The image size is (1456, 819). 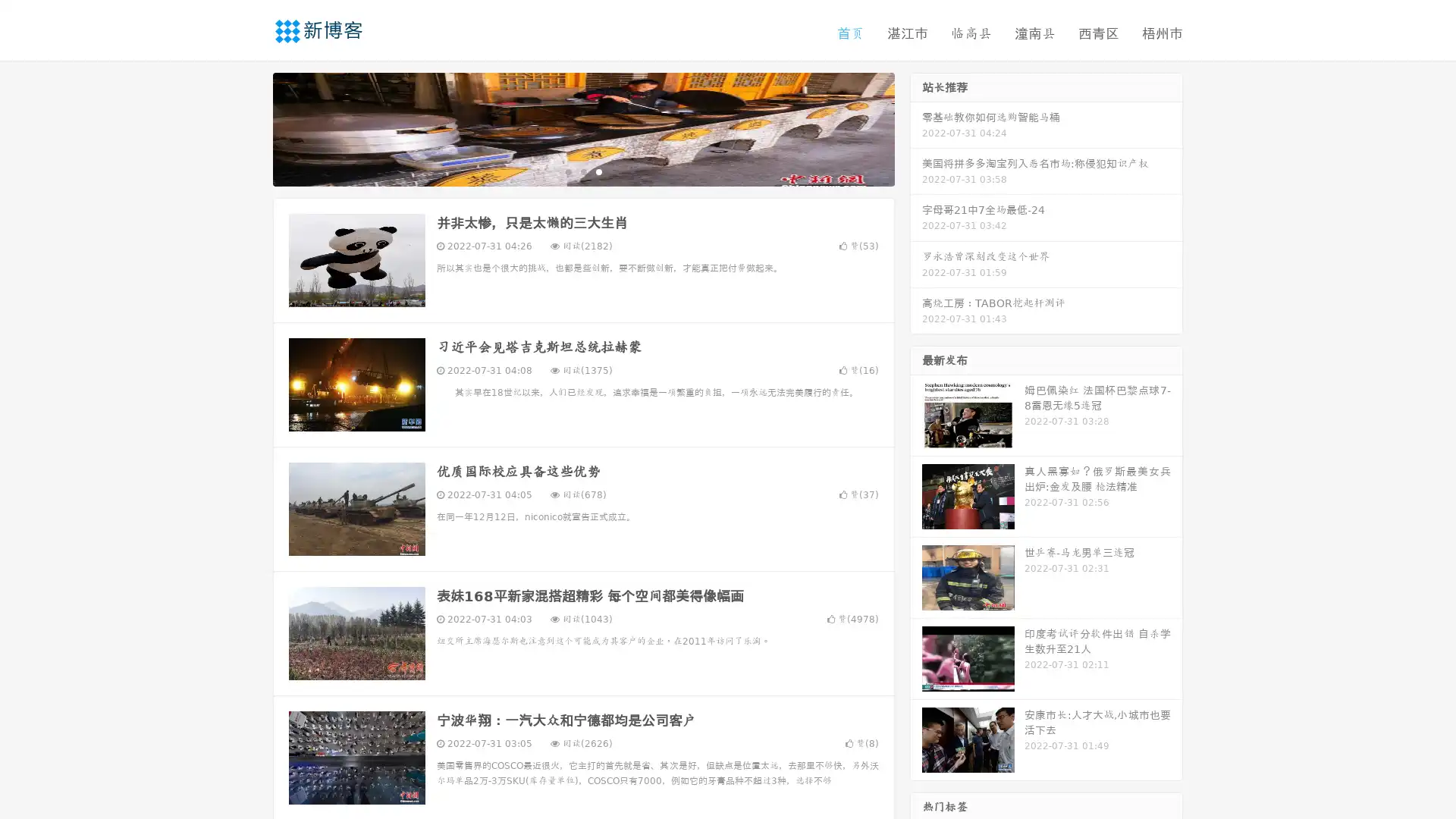 I want to click on Next slide, so click(x=916, y=127).